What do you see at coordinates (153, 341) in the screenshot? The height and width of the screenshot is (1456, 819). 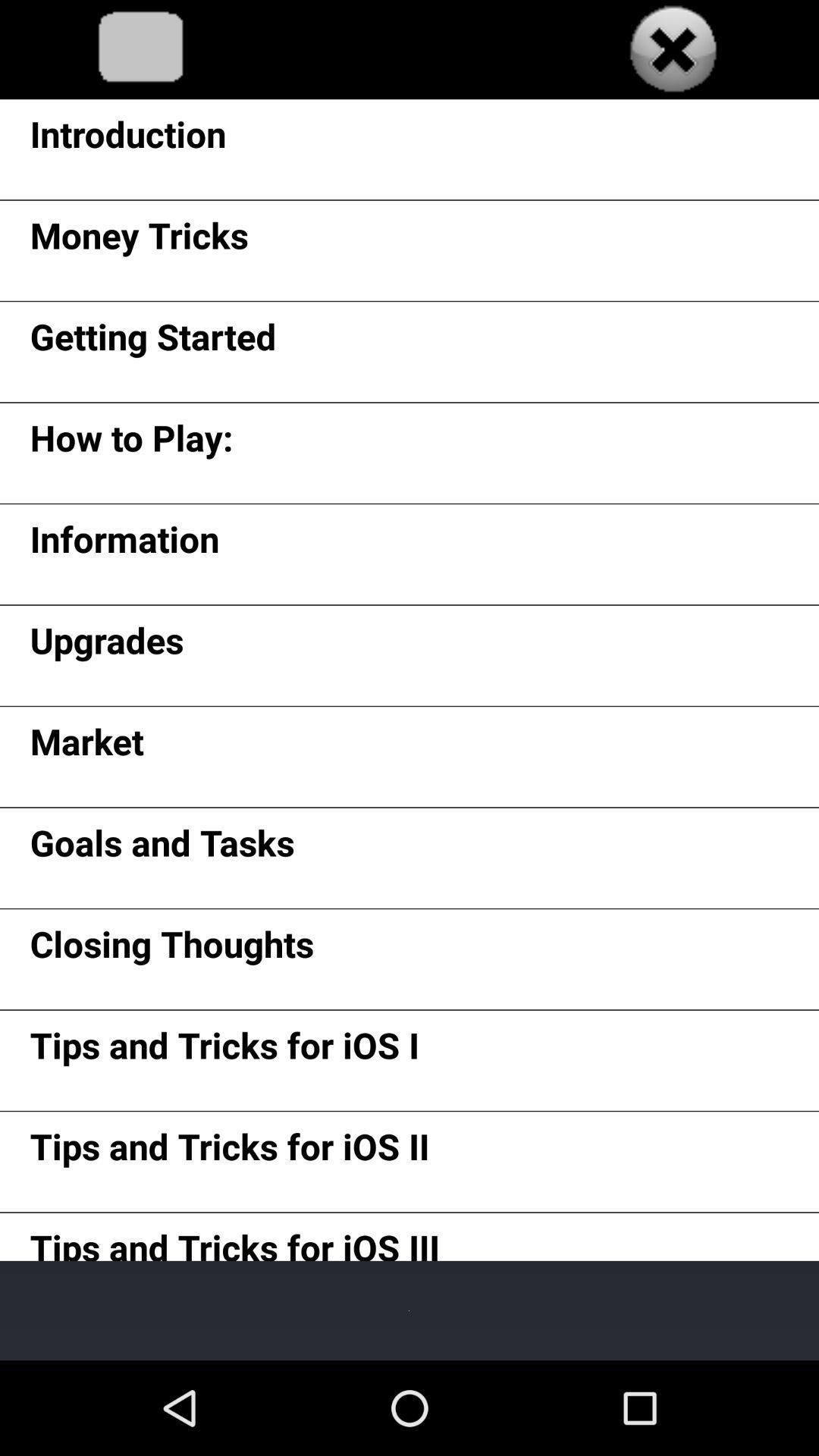 I see `the item below money tricks item` at bounding box center [153, 341].